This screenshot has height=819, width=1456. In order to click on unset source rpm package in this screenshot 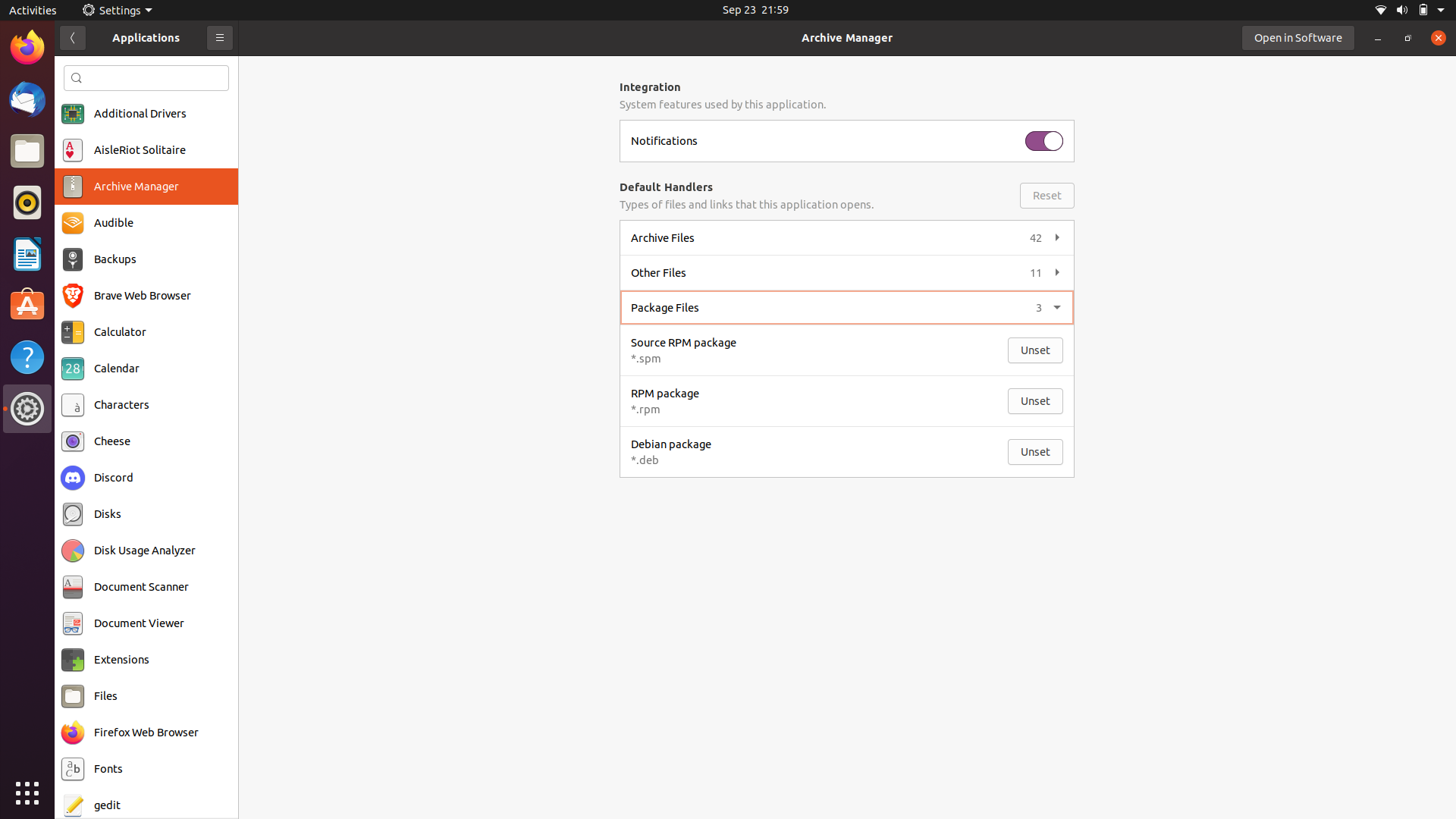, I will do `click(1036, 350)`.